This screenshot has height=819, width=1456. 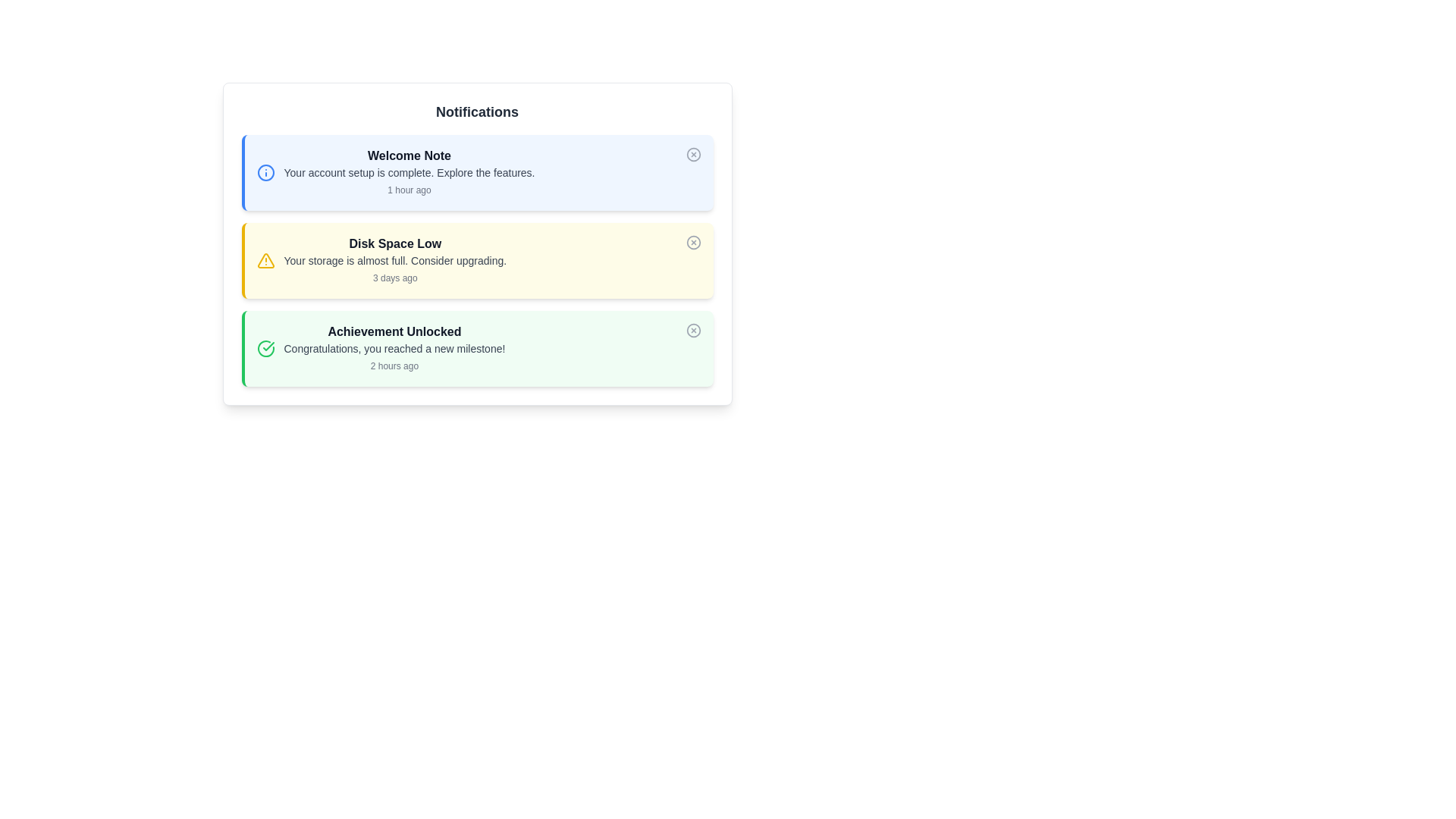 What do you see at coordinates (381, 348) in the screenshot?
I see `the notification message block titled 'Achievement Unlocked' which is styled with a bold font and located in the third notification card with a light green background` at bounding box center [381, 348].